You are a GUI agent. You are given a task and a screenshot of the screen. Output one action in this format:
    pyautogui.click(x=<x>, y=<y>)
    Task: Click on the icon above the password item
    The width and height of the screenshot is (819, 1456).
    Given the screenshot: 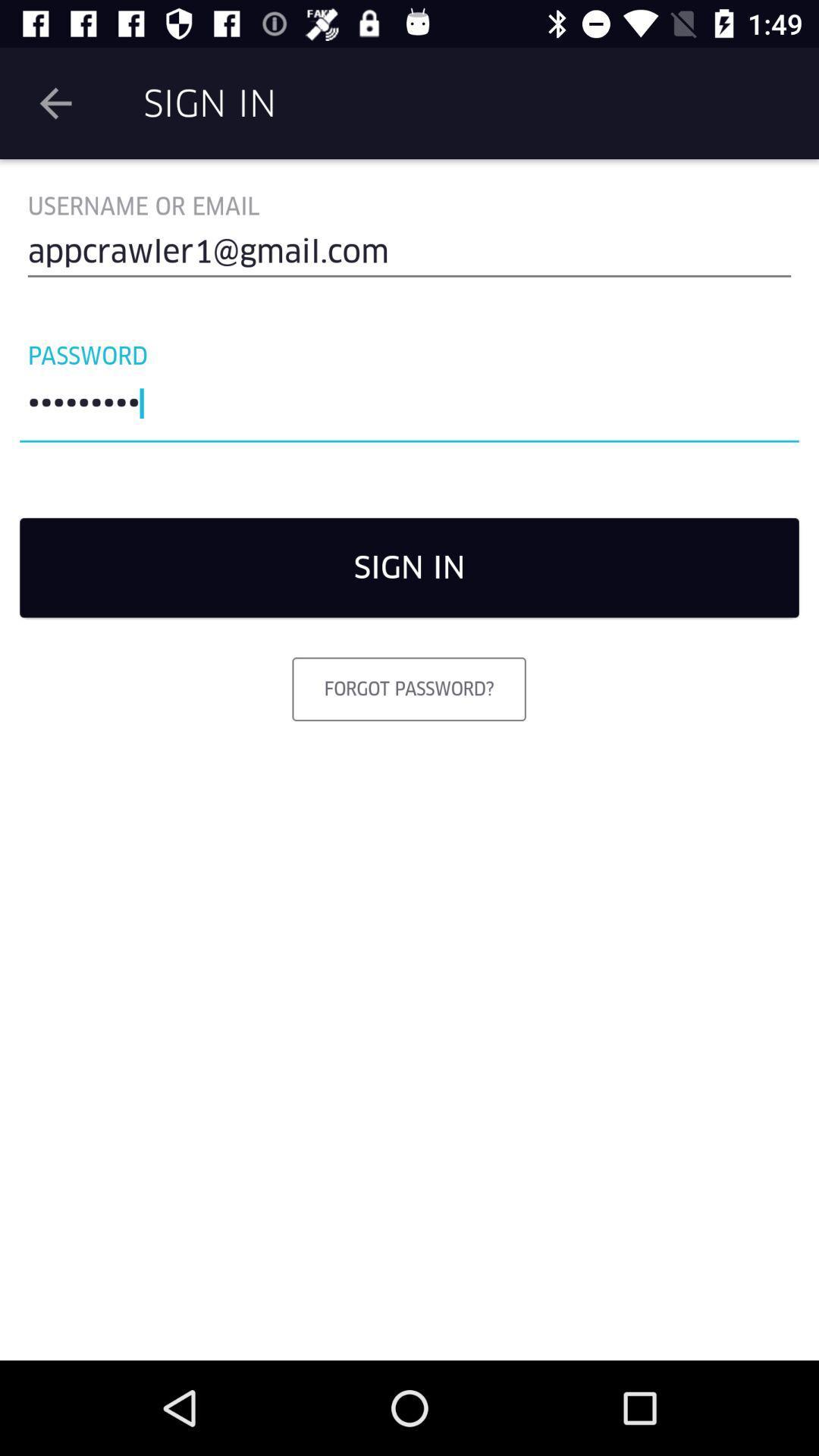 What is the action you would take?
    pyautogui.click(x=409, y=258)
    